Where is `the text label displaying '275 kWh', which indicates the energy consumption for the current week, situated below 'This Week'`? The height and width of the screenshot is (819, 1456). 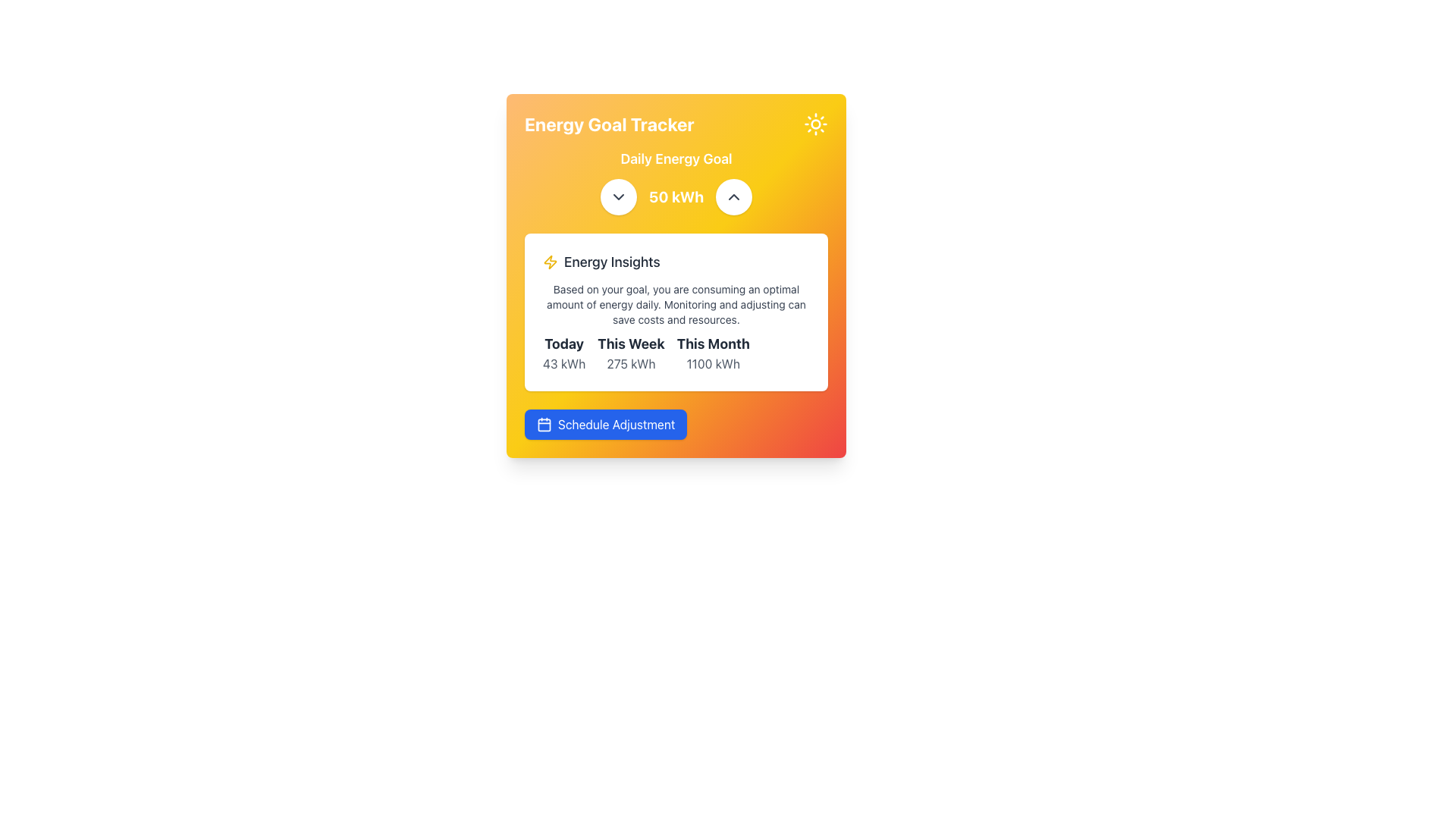
the text label displaying '275 kWh', which indicates the energy consumption for the current week, situated below 'This Week' is located at coordinates (631, 363).